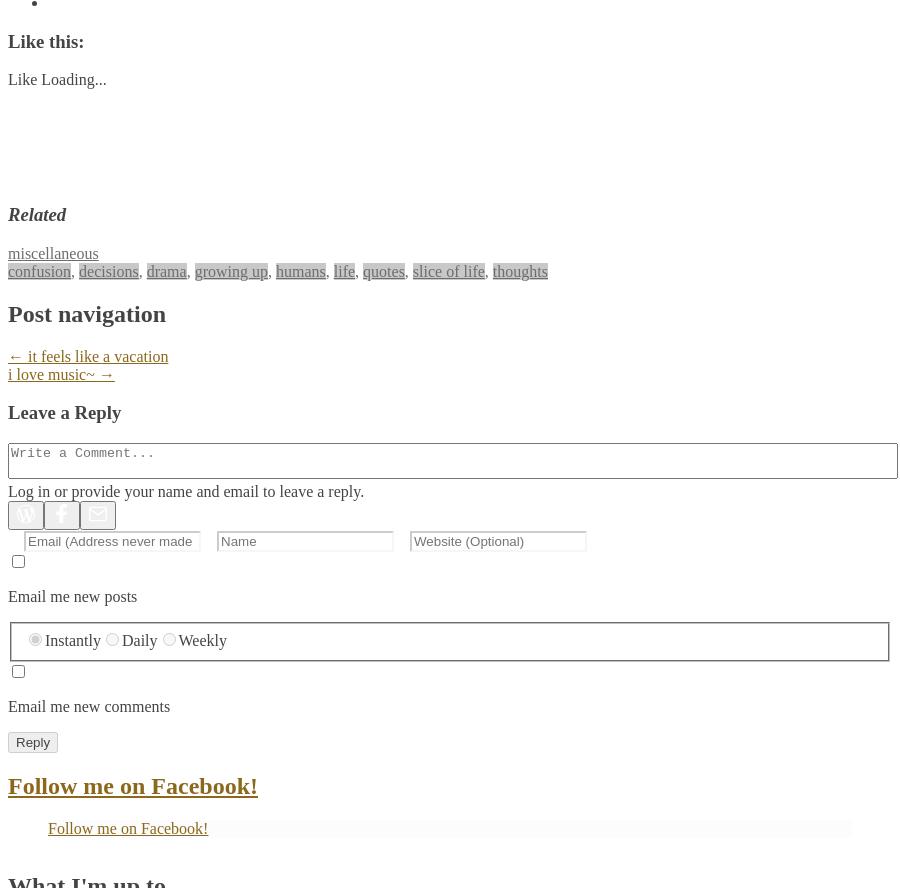 Image resolution: width=900 pixels, height=888 pixels. Describe the element at coordinates (32, 740) in the screenshot. I see `'Reply'` at that location.